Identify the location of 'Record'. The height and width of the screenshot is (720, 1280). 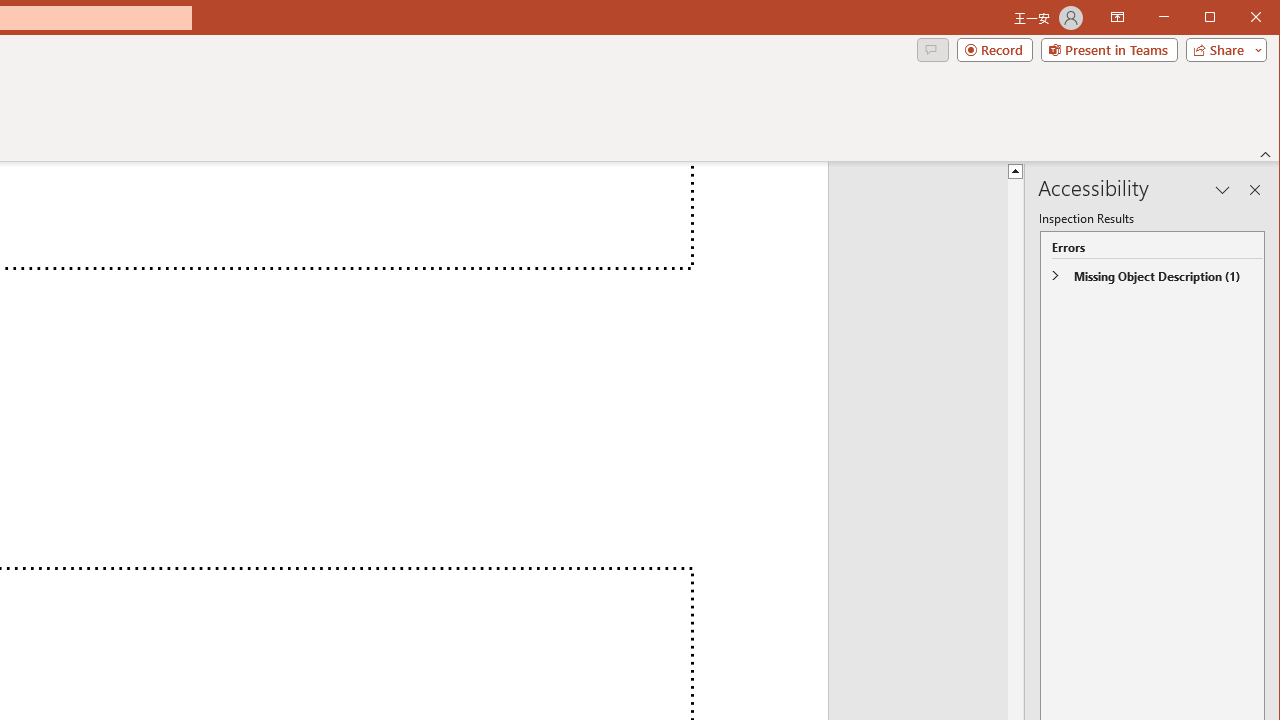
(995, 49).